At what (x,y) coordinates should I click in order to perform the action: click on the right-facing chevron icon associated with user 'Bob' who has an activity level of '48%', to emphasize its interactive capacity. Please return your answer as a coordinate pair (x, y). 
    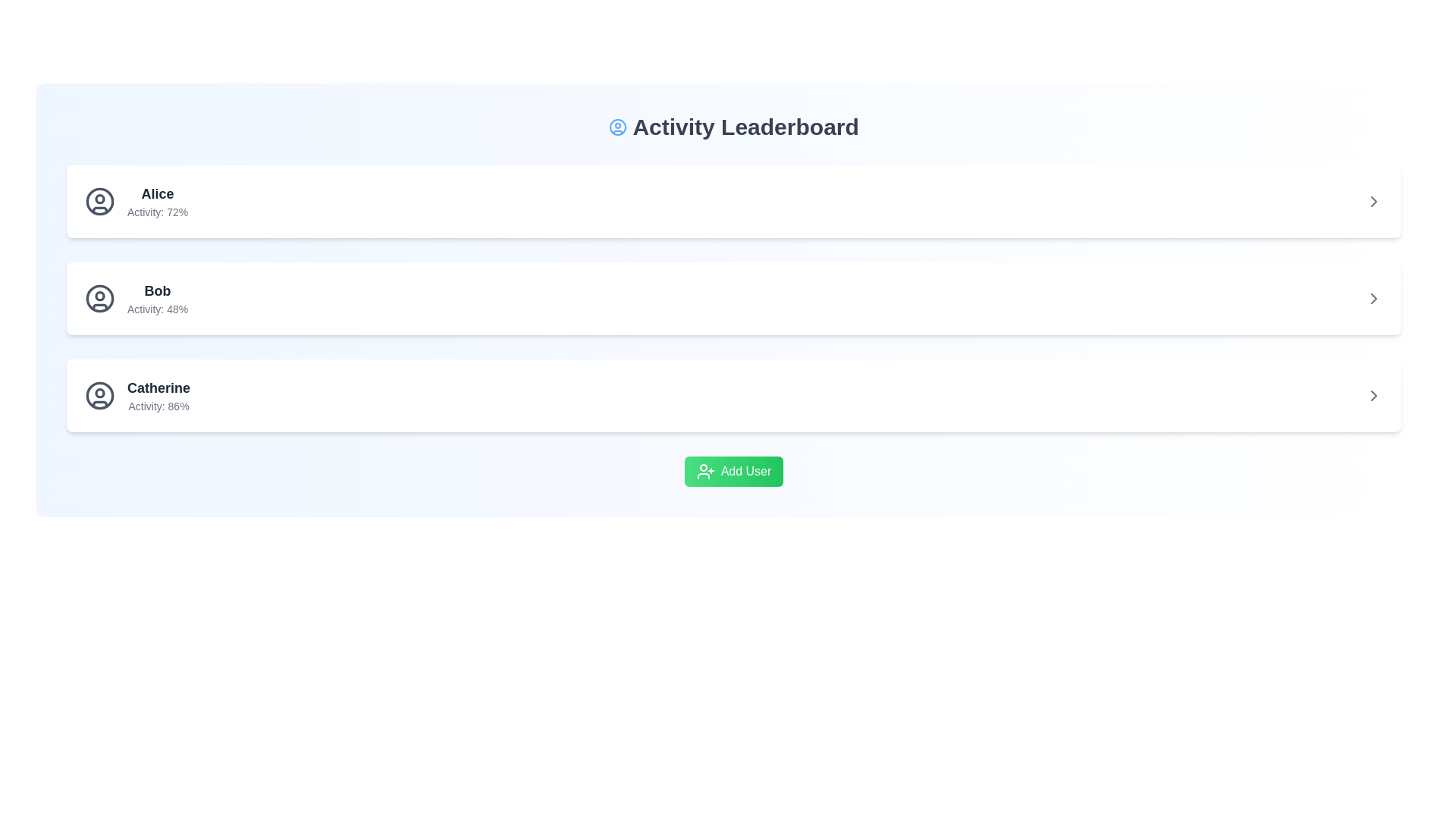
    Looking at the image, I should click on (1373, 298).